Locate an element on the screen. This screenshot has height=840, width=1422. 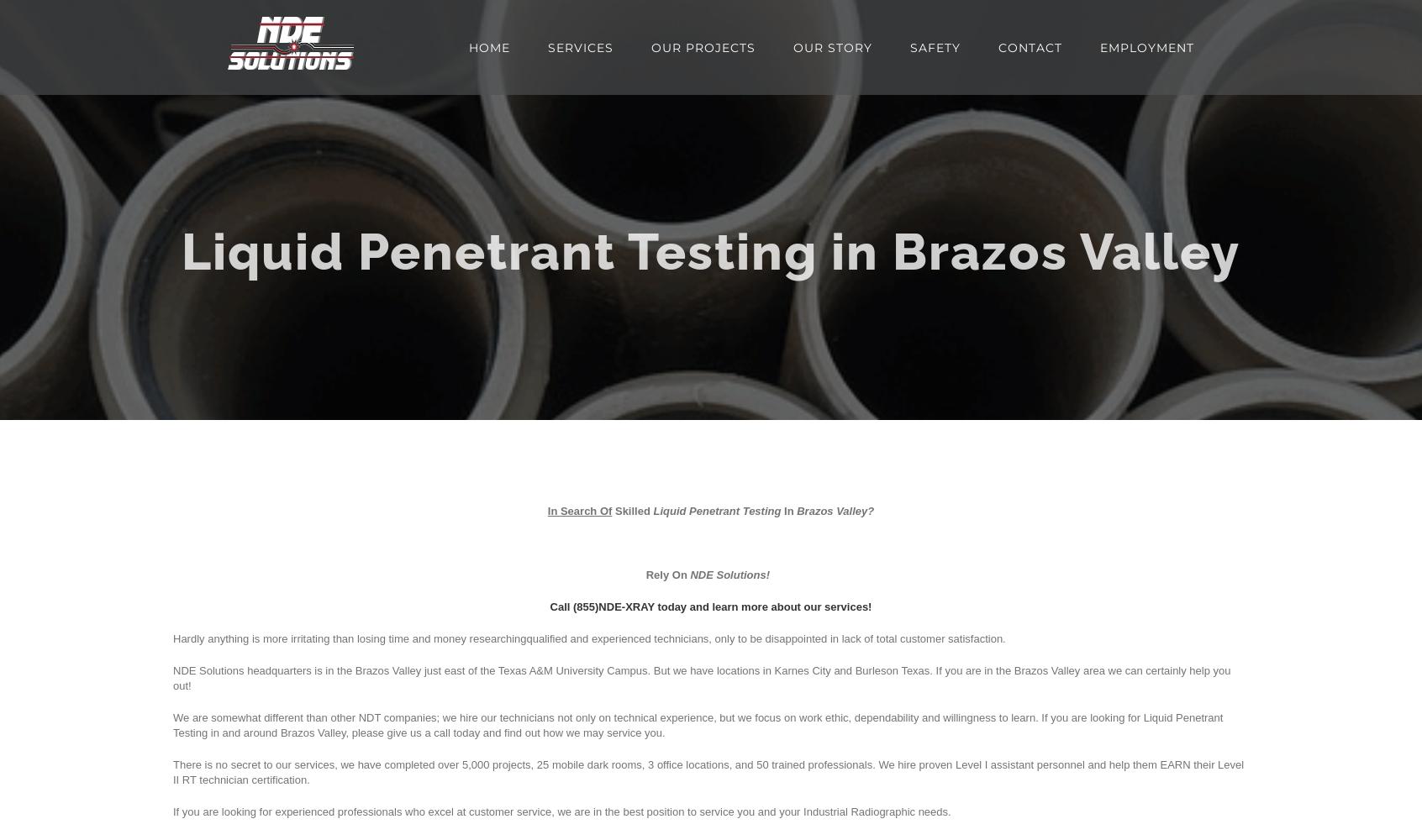
'Skilled' is located at coordinates (629, 510).